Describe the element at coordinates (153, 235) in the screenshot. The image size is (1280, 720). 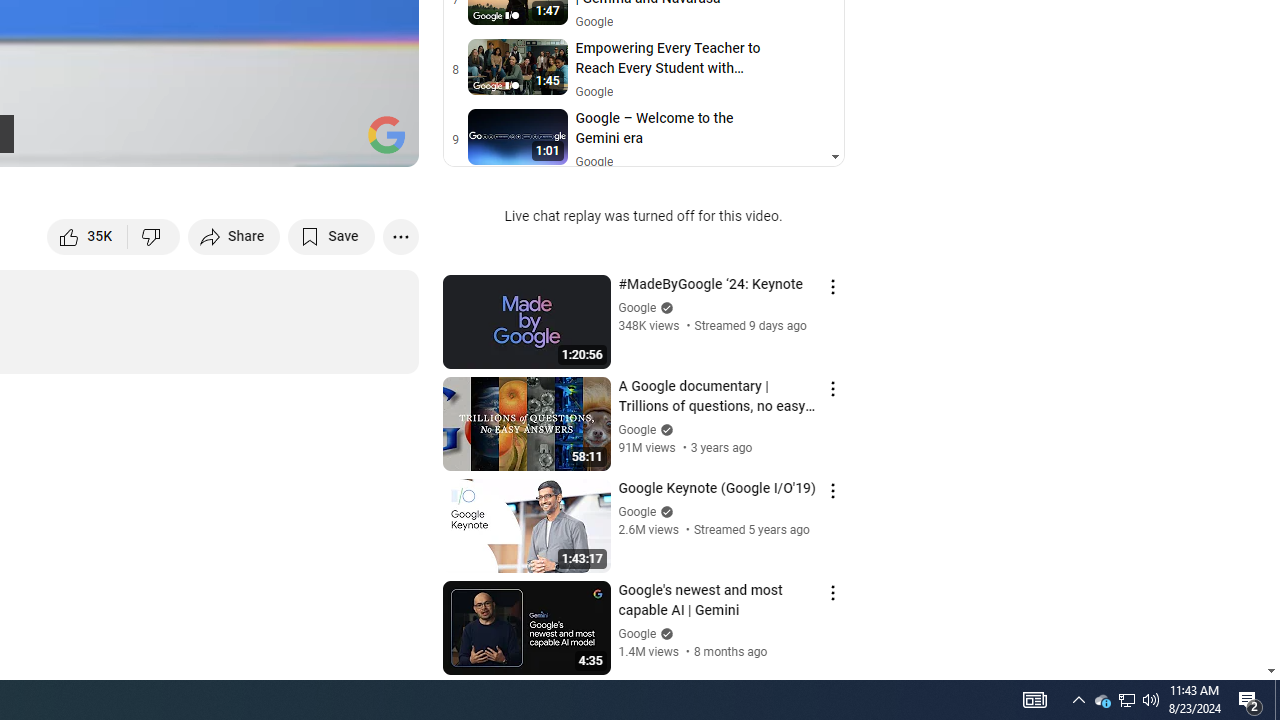
I see `'Dislike this video'` at that location.